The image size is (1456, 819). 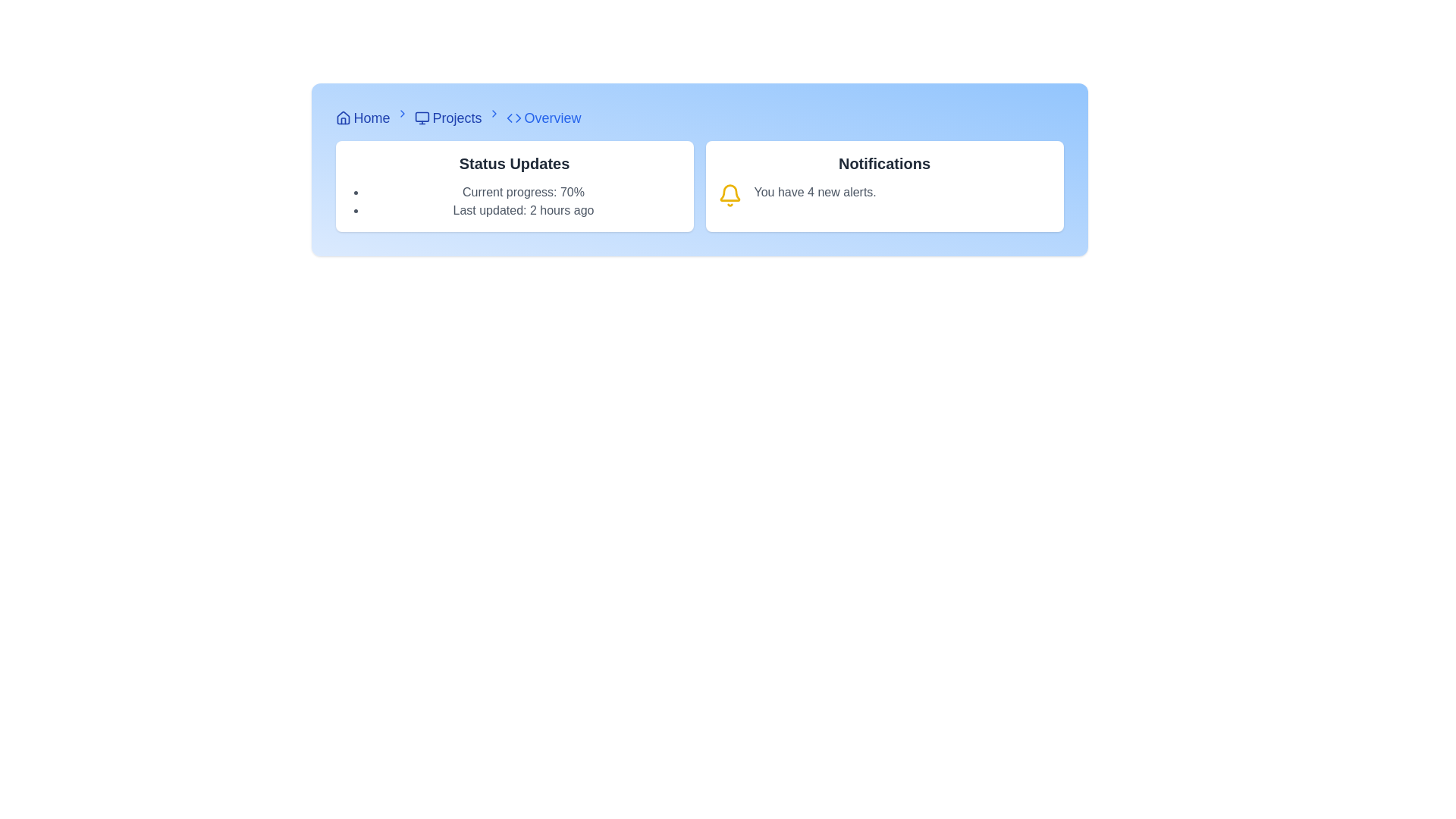 I want to click on the right-pointing chevron icon in the breadcrumb navigation bar, which is styled with a blue stroke and positioned between the 'Home' and 'Projects' links, so click(x=402, y=113).